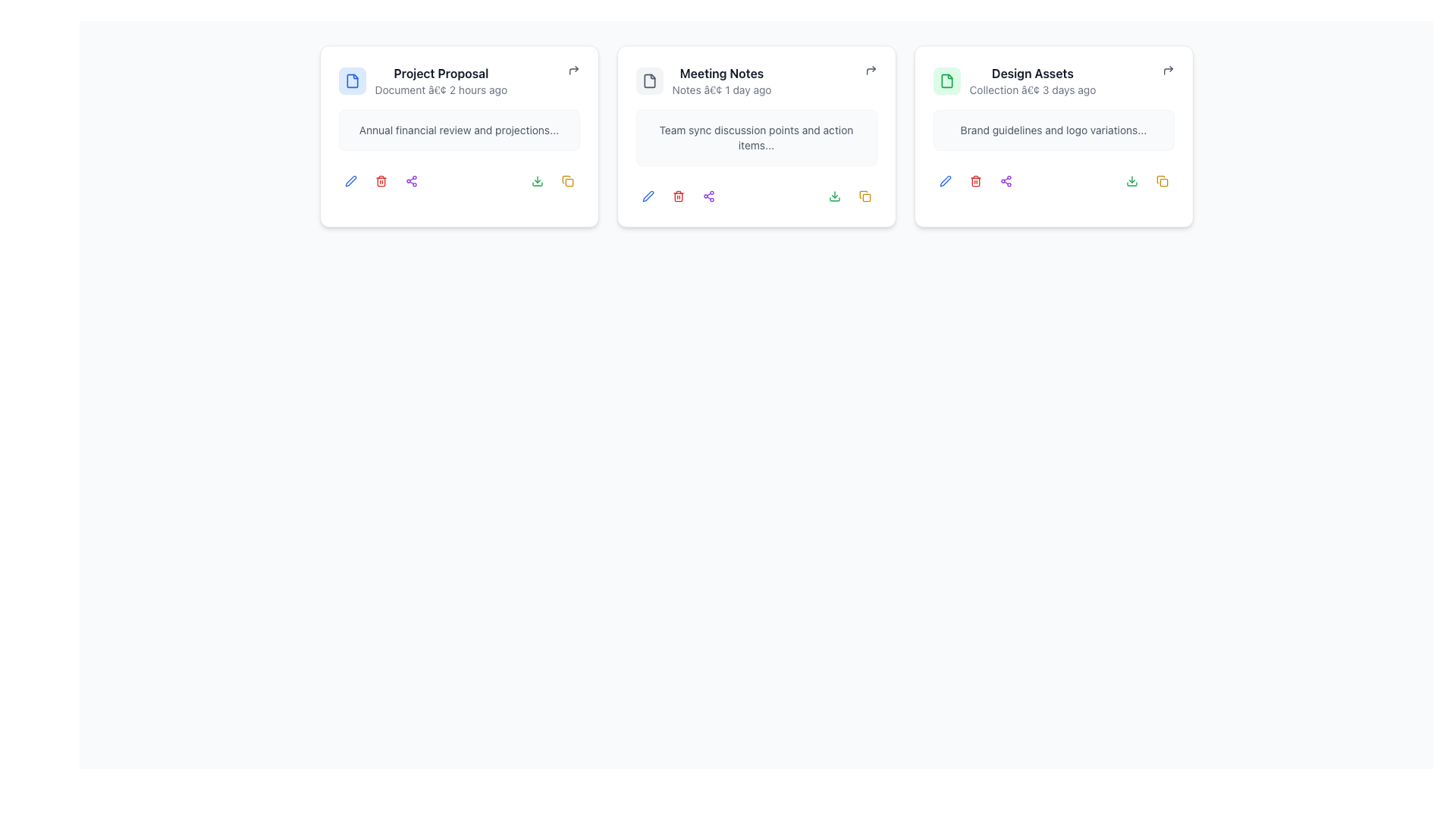 The image size is (1456, 819). Describe the element at coordinates (1053, 177) in the screenshot. I see `the toolbar located at the bottom-right corner of the 'Design Assets' panel` at that location.